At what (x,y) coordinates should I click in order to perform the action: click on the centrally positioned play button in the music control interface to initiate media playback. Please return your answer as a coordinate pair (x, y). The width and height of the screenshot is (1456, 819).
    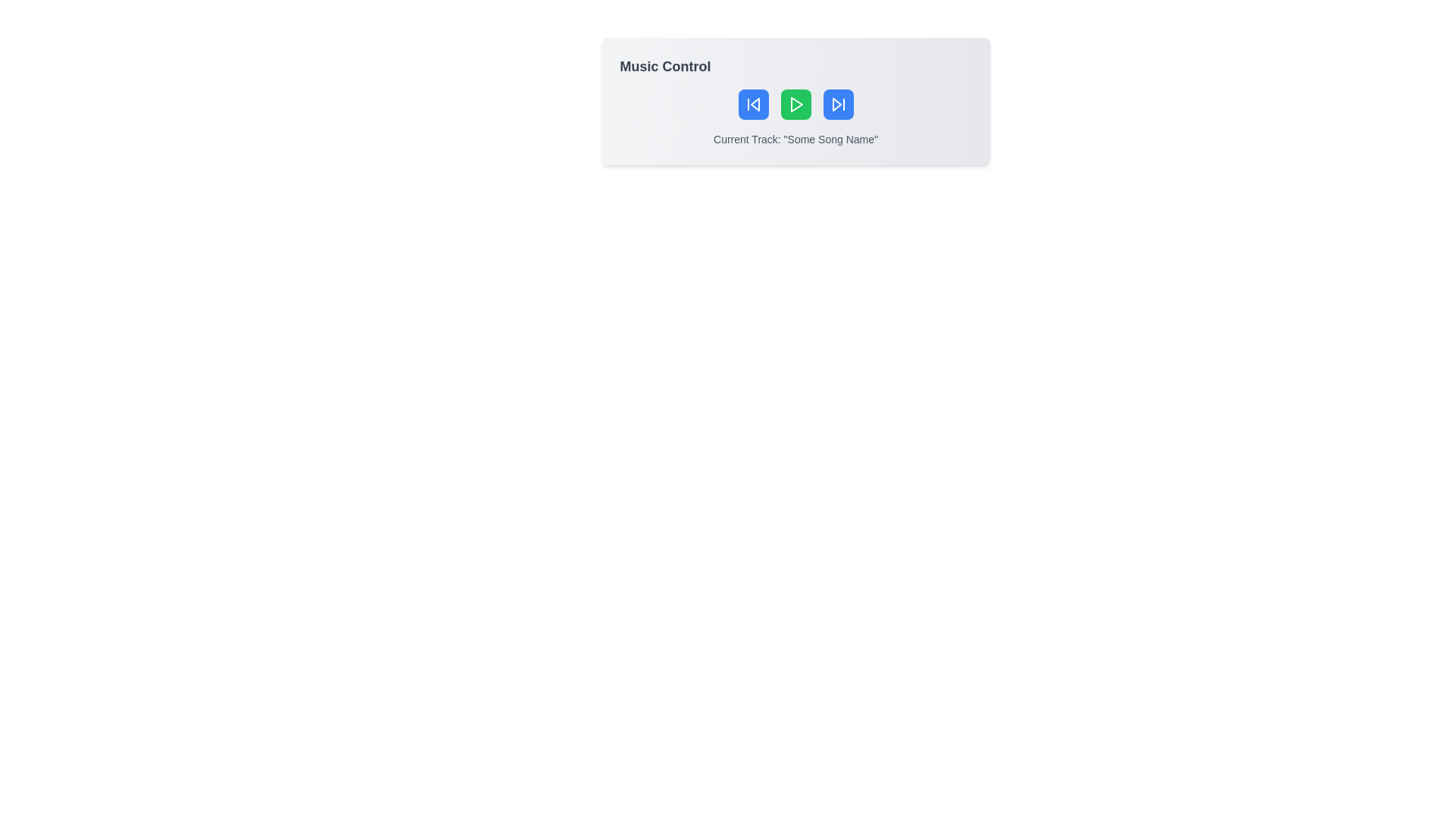
    Looking at the image, I should click on (795, 104).